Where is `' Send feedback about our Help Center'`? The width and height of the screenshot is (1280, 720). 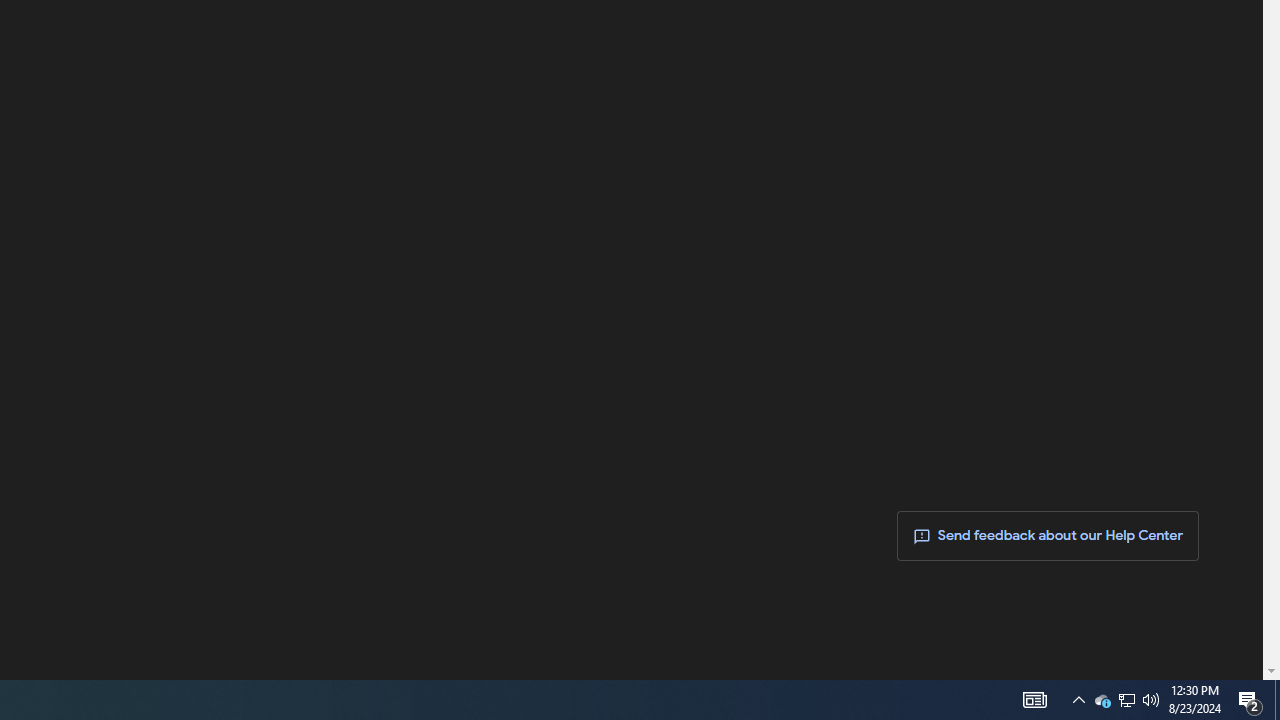
' Send feedback about our Help Center' is located at coordinates (1047, 535).